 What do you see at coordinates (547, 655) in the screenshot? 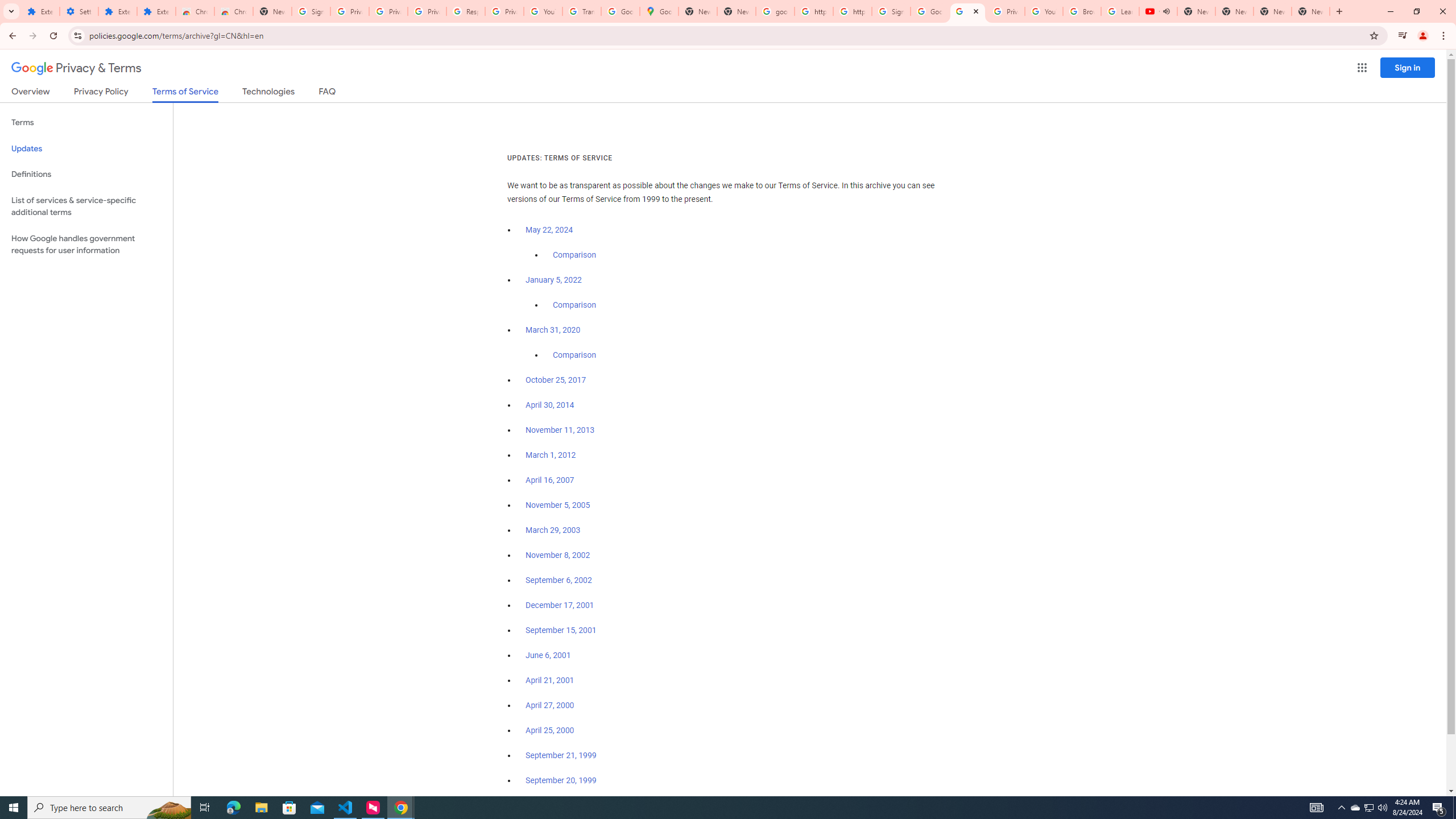
I see `'June 6, 2001'` at bounding box center [547, 655].